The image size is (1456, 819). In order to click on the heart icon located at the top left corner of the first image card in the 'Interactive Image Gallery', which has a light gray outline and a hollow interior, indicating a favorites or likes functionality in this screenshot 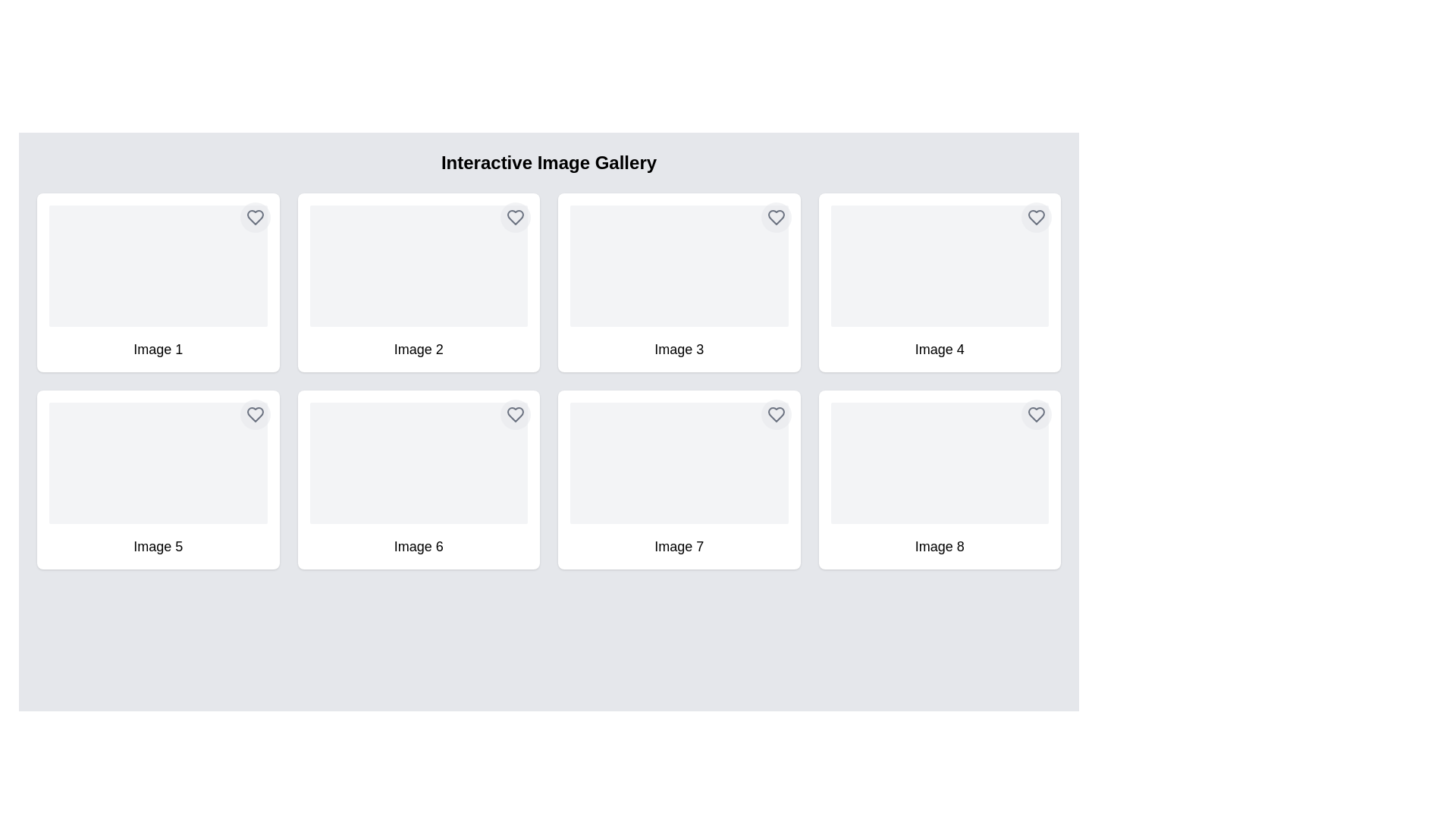, I will do `click(255, 217)`.